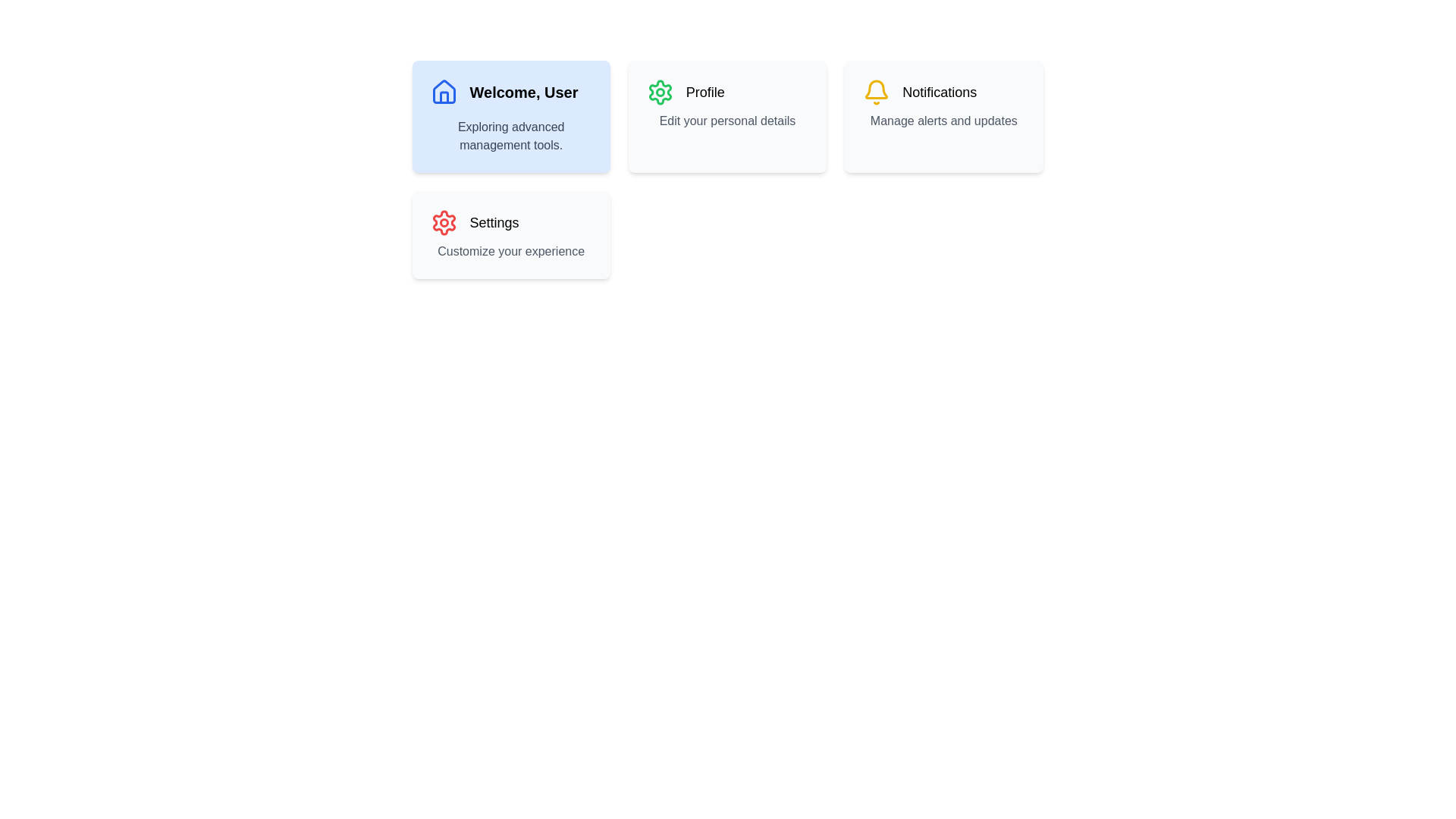 This screenshot has width=1456, height=819. I want to click on the blue house icon located on the upper left of the 'Welcome, User' card, which is positioned to the left of the text in the card, so click(443, 97).